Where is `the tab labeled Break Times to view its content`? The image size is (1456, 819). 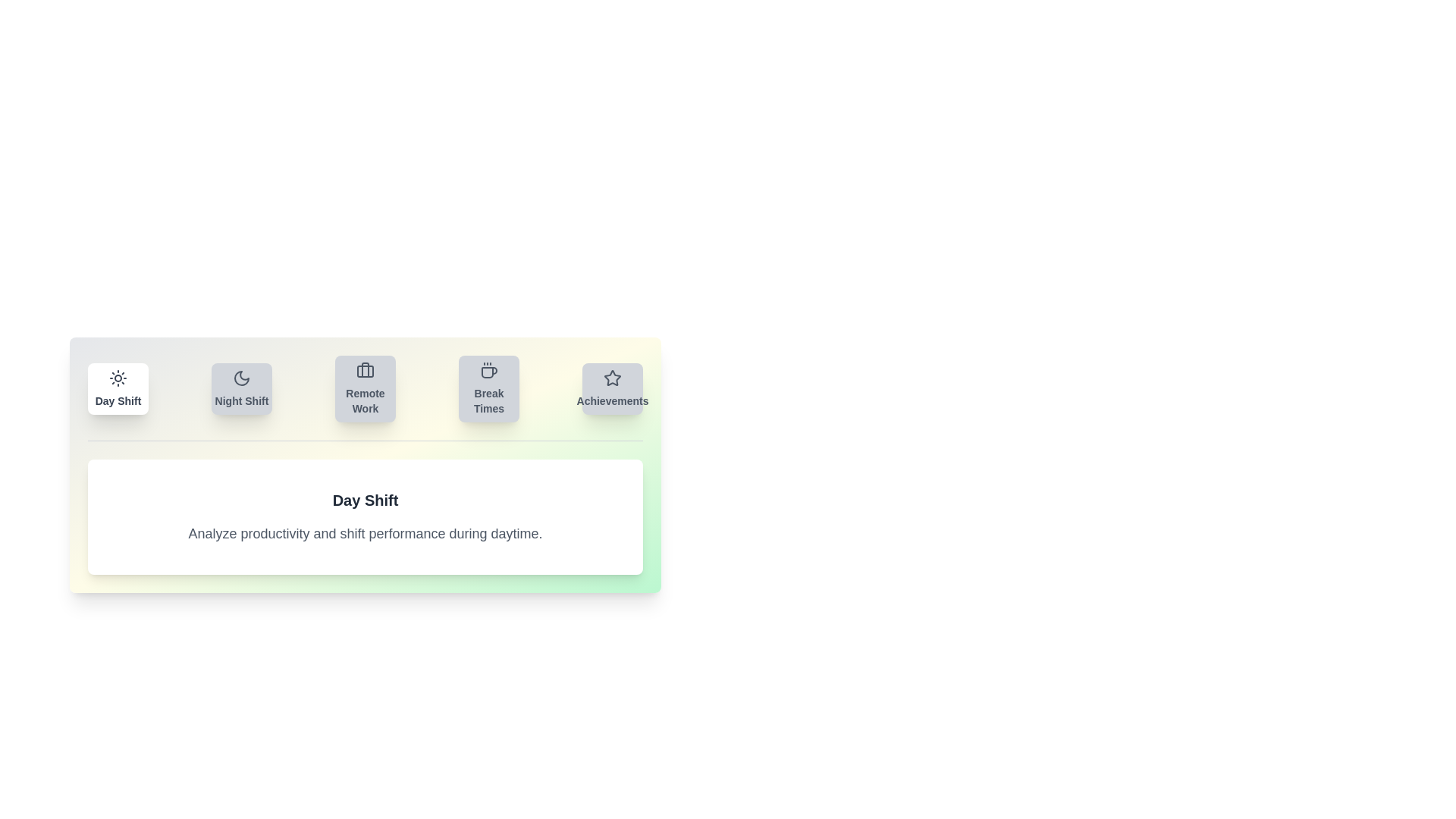 the tab labeled Break Times to view its content is located at coordinates (488, 388).